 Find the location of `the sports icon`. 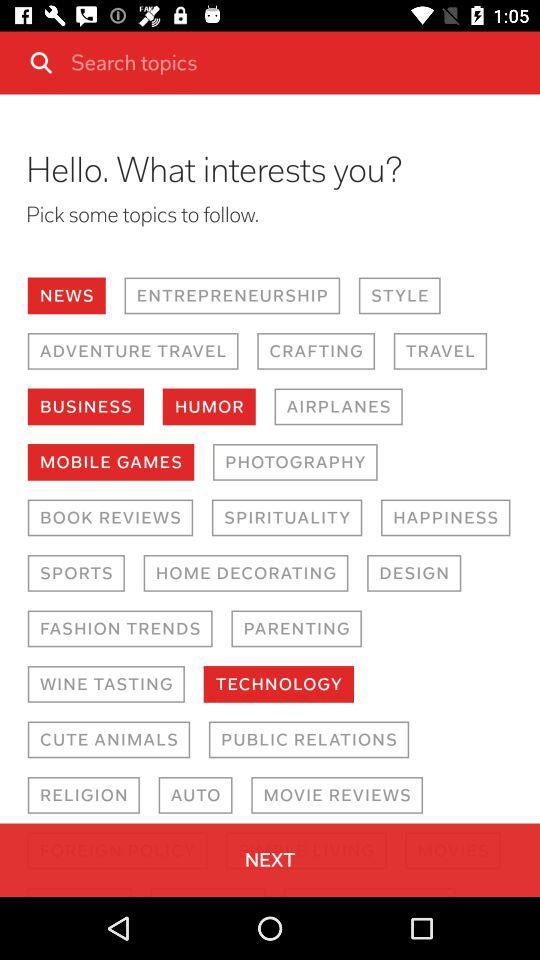

the sports icon is located at coordinates (75, 573).